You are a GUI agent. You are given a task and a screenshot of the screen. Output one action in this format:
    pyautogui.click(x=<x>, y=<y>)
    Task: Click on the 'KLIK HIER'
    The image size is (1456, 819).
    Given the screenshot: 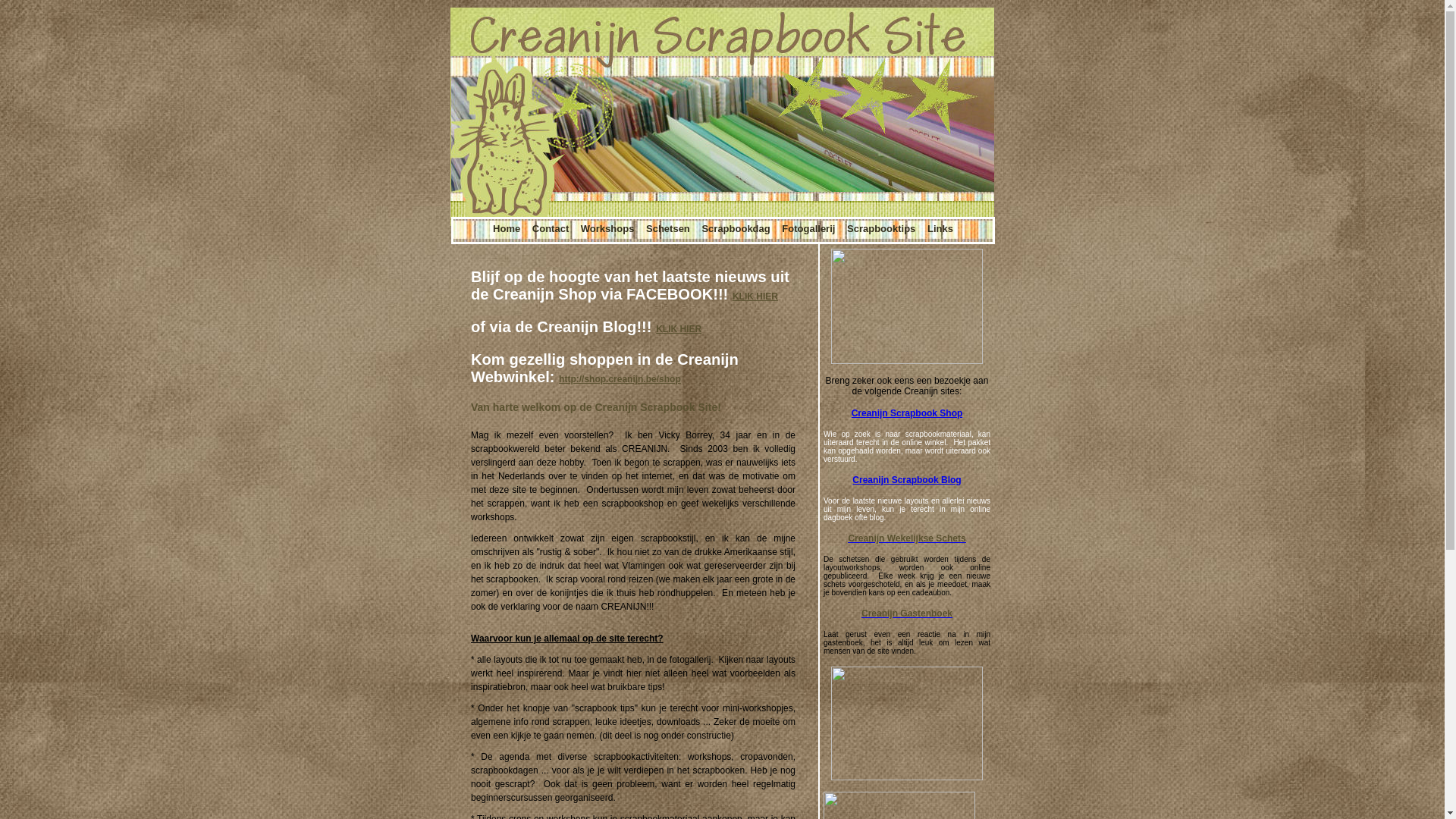 What is the action you would take?
    pyautogui.click(x=755, y=296)
    